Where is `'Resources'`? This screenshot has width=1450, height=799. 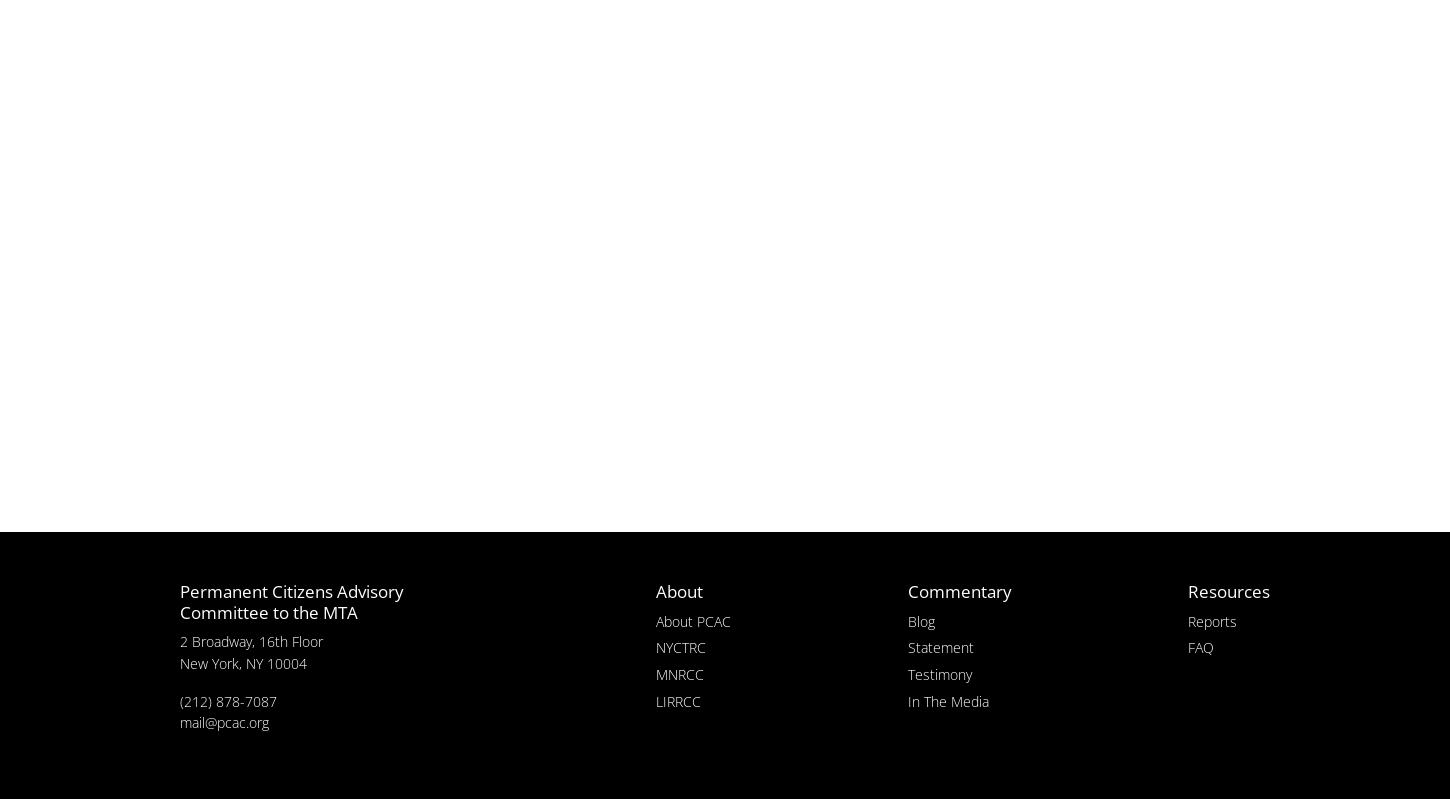 'Resources' is located at coordinates (1228, 590).